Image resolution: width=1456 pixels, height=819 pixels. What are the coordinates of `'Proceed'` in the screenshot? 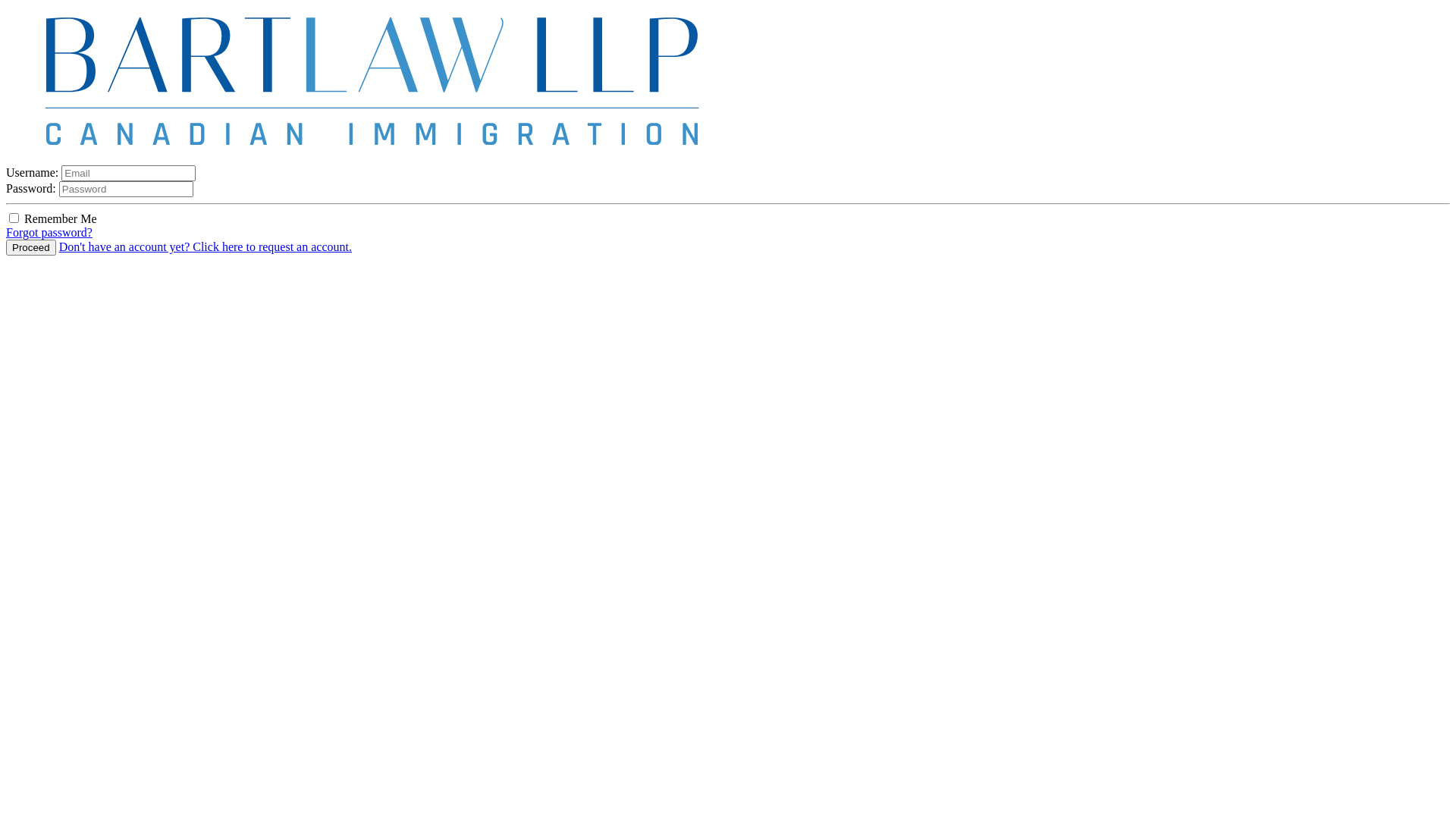 It's located at (6, 246).